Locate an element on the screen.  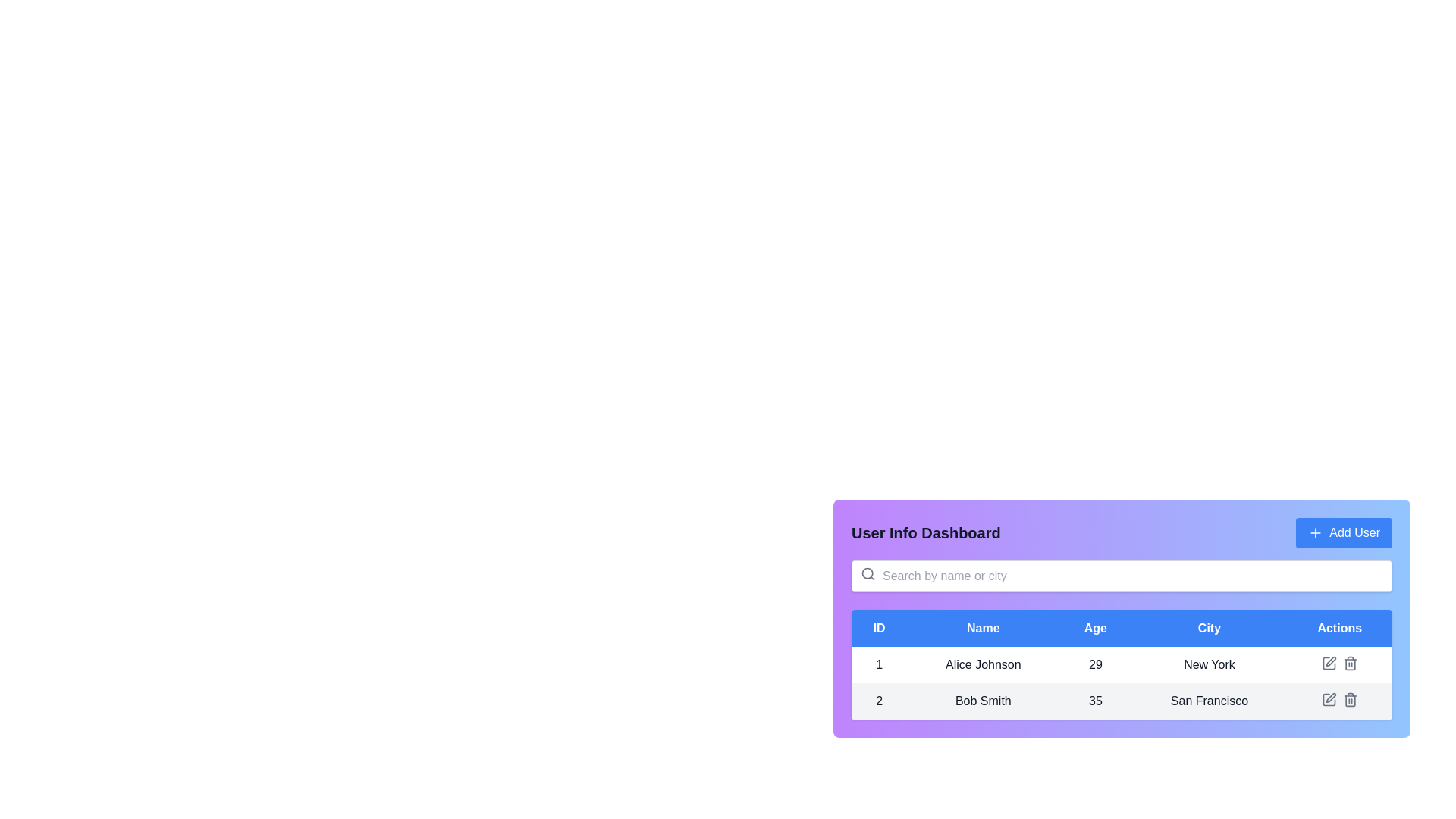
the table cell displaying the age of 'Alice Johnson' located in the third column of the first row under the 'User Info Dashboard' is located at coordinates (1122, 664).